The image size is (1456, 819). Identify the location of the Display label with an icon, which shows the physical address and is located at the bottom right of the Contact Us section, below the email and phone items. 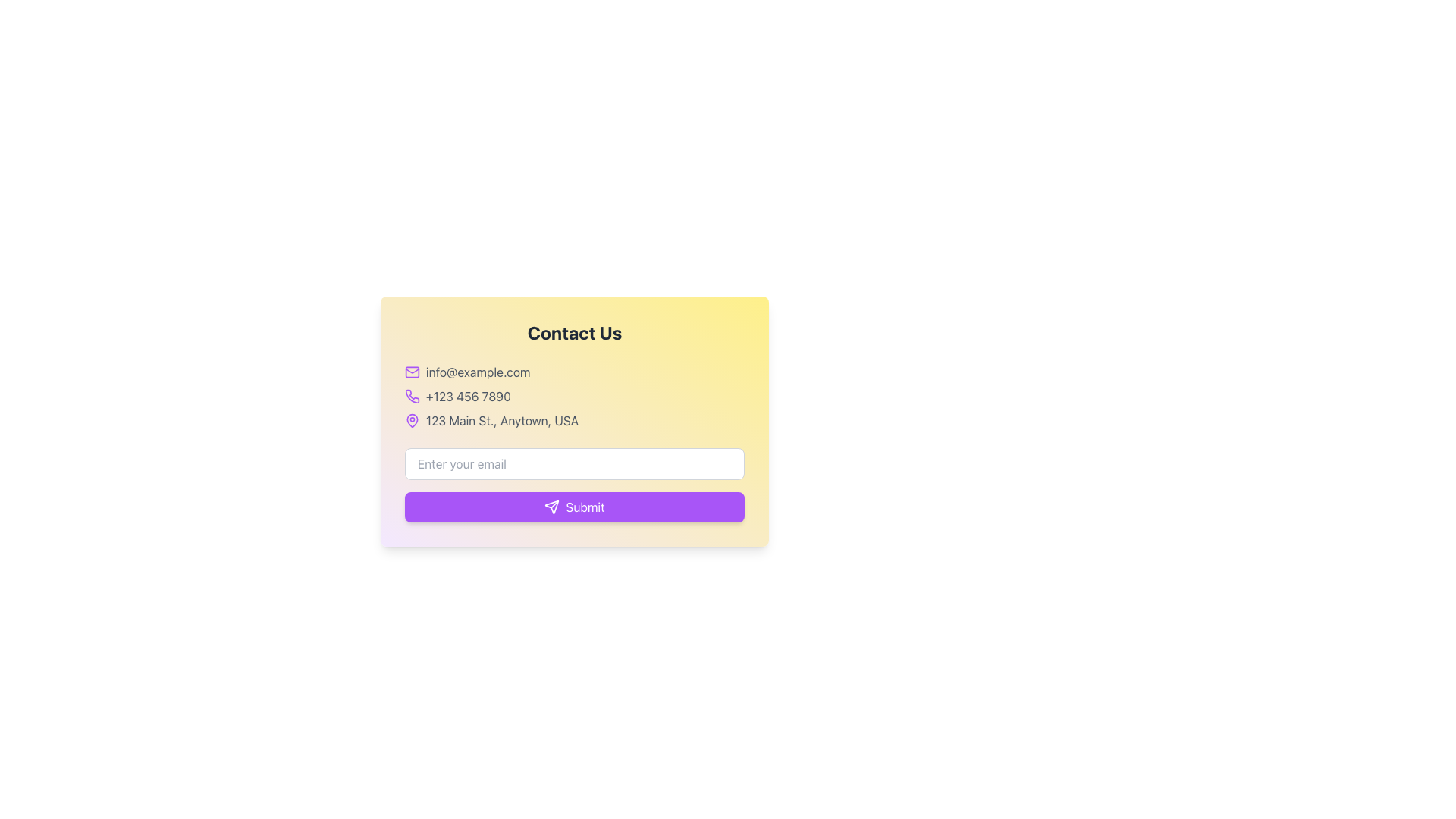
(574, 421).